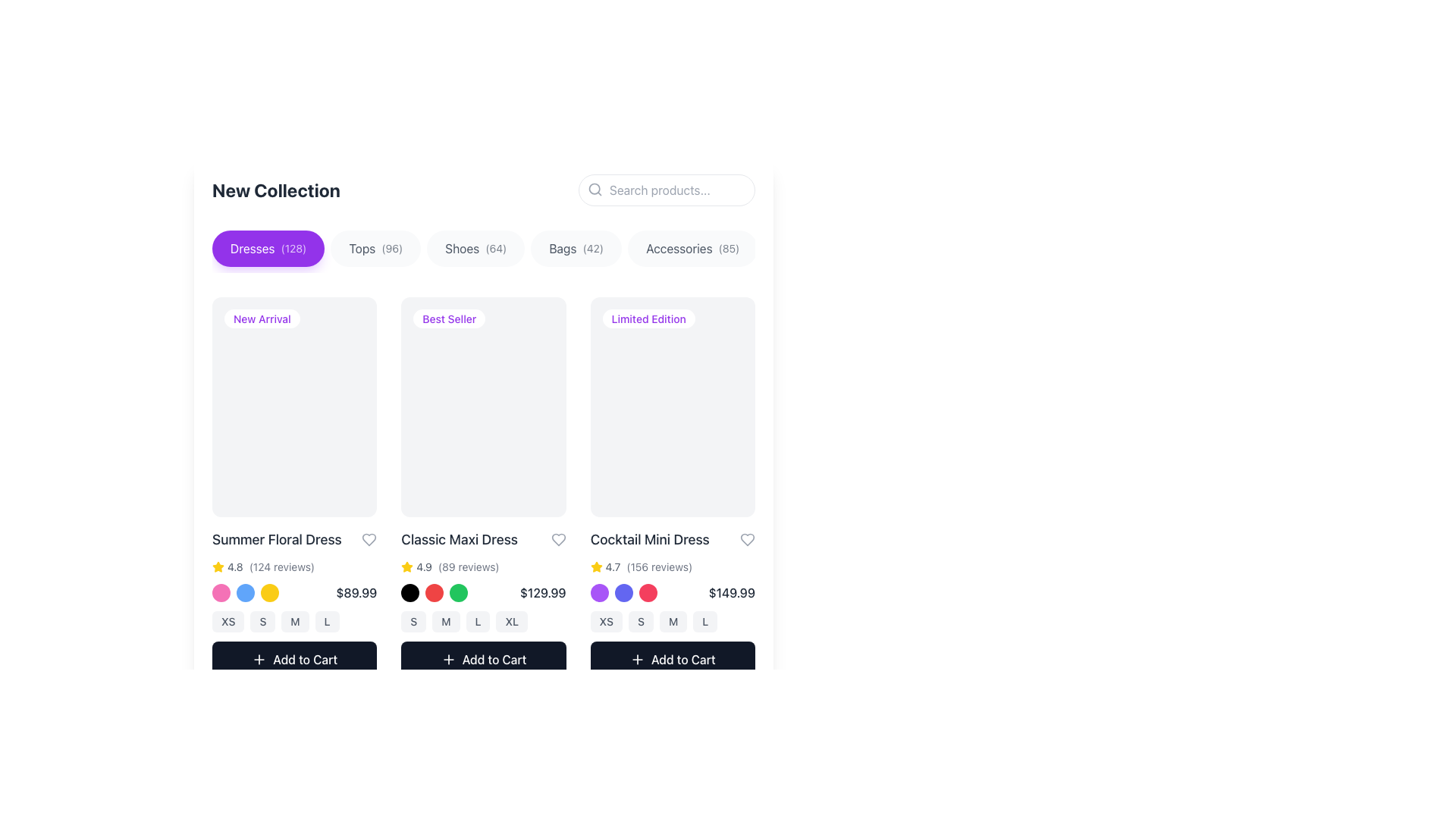 Image resolution: width=1456 pixels, height=819 pixels. Describe the element at coordinates (623, 591) in the screenshot. I see `the color selection option located under the 'Cocktail Mini Dress' section, which is the second element from the left among the horizontally aligned options` at that location.